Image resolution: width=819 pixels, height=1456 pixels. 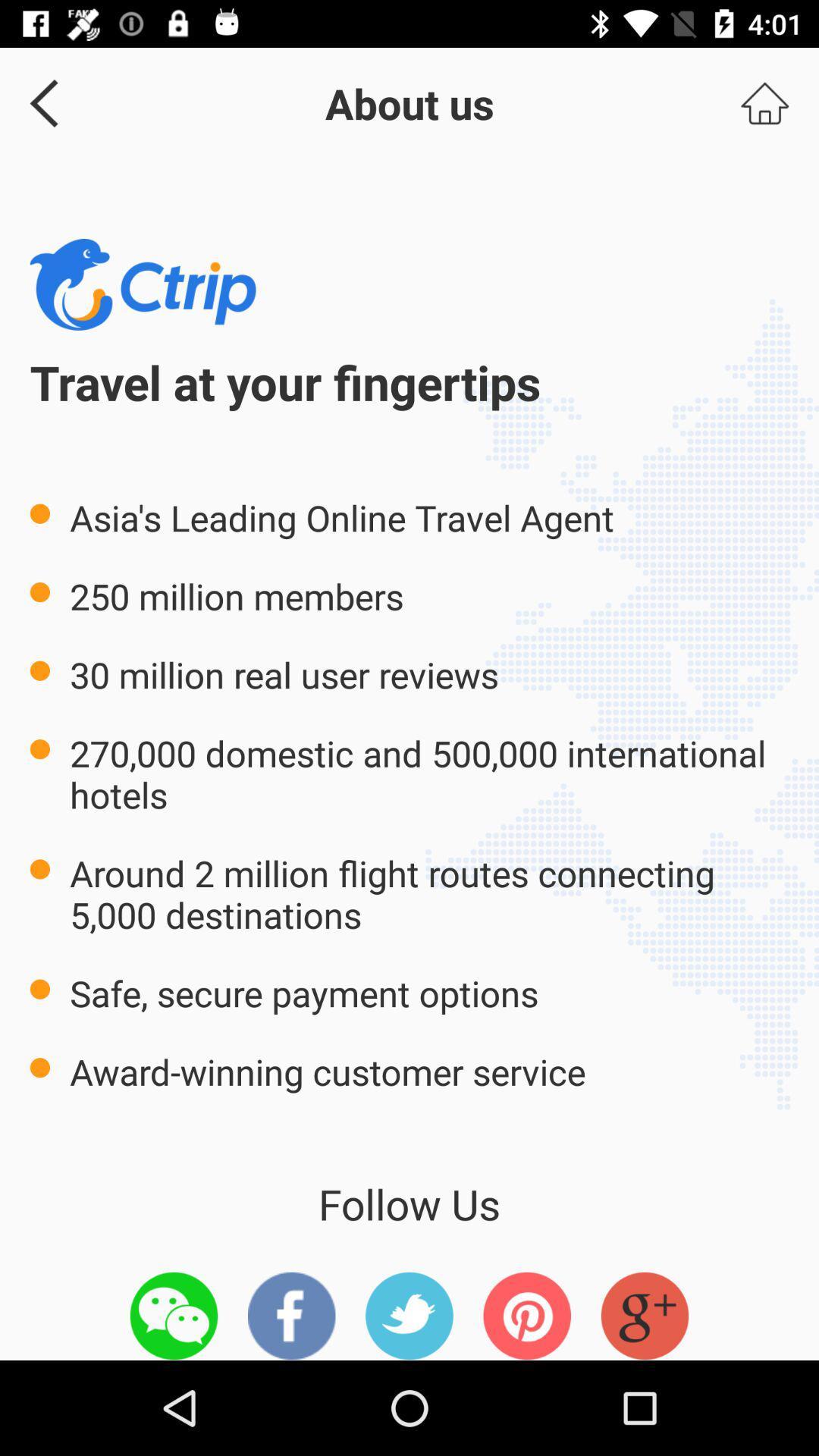 I want to click on pinterest follow up, so click(x=526, y=1315).